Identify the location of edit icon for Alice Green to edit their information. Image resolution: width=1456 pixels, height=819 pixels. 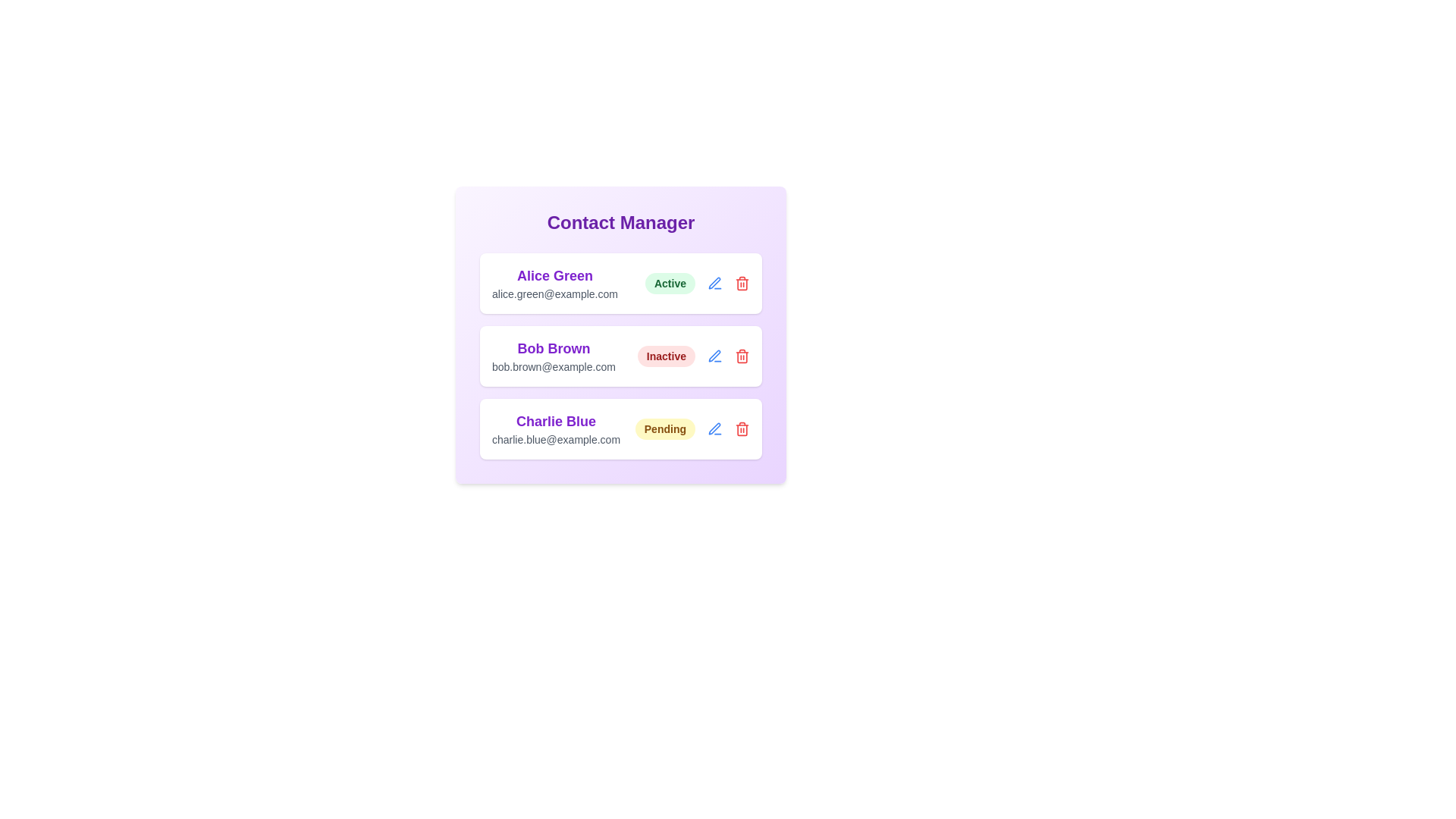
(714, 284).